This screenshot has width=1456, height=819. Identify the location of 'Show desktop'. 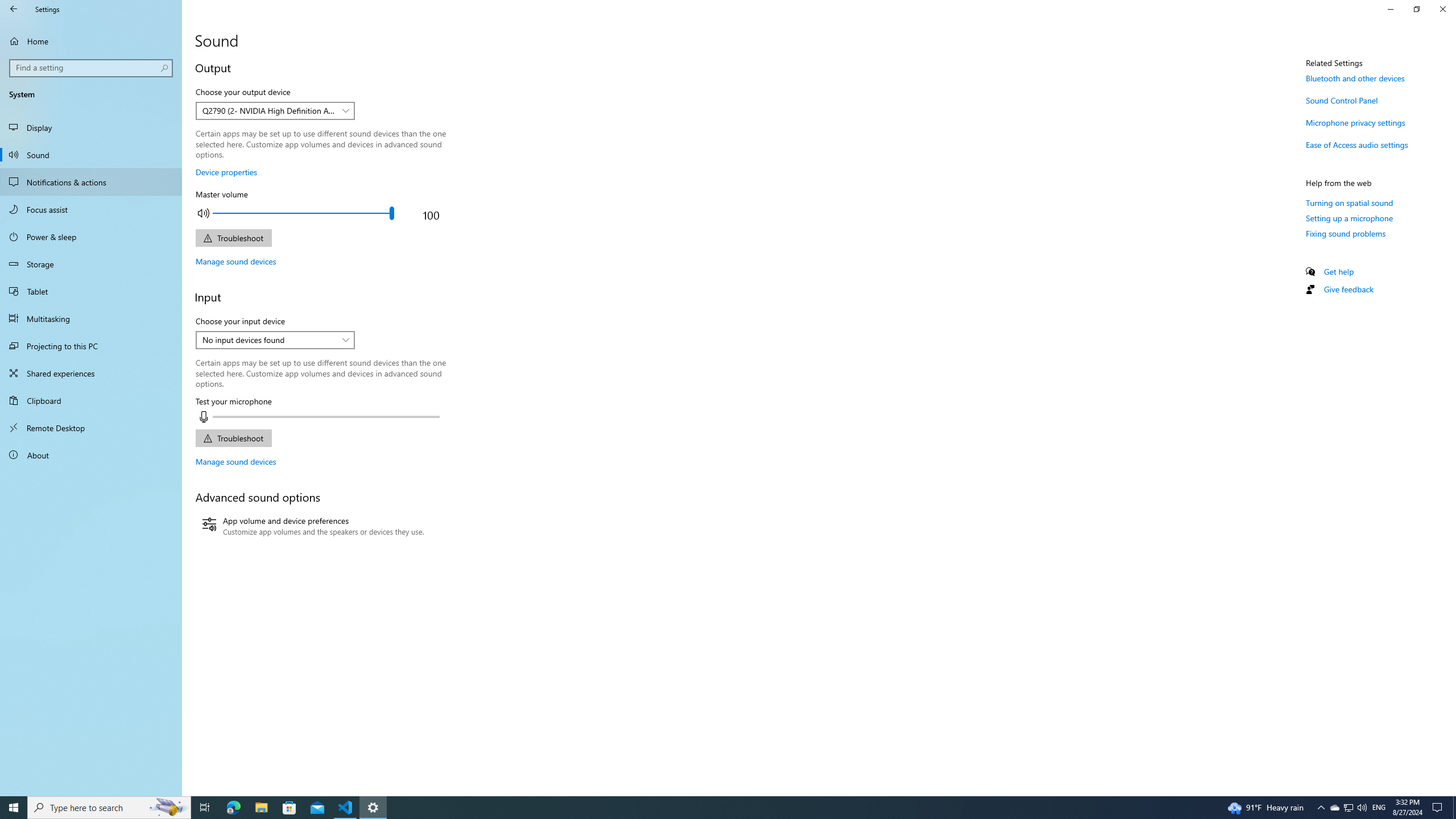
(1454, 806).